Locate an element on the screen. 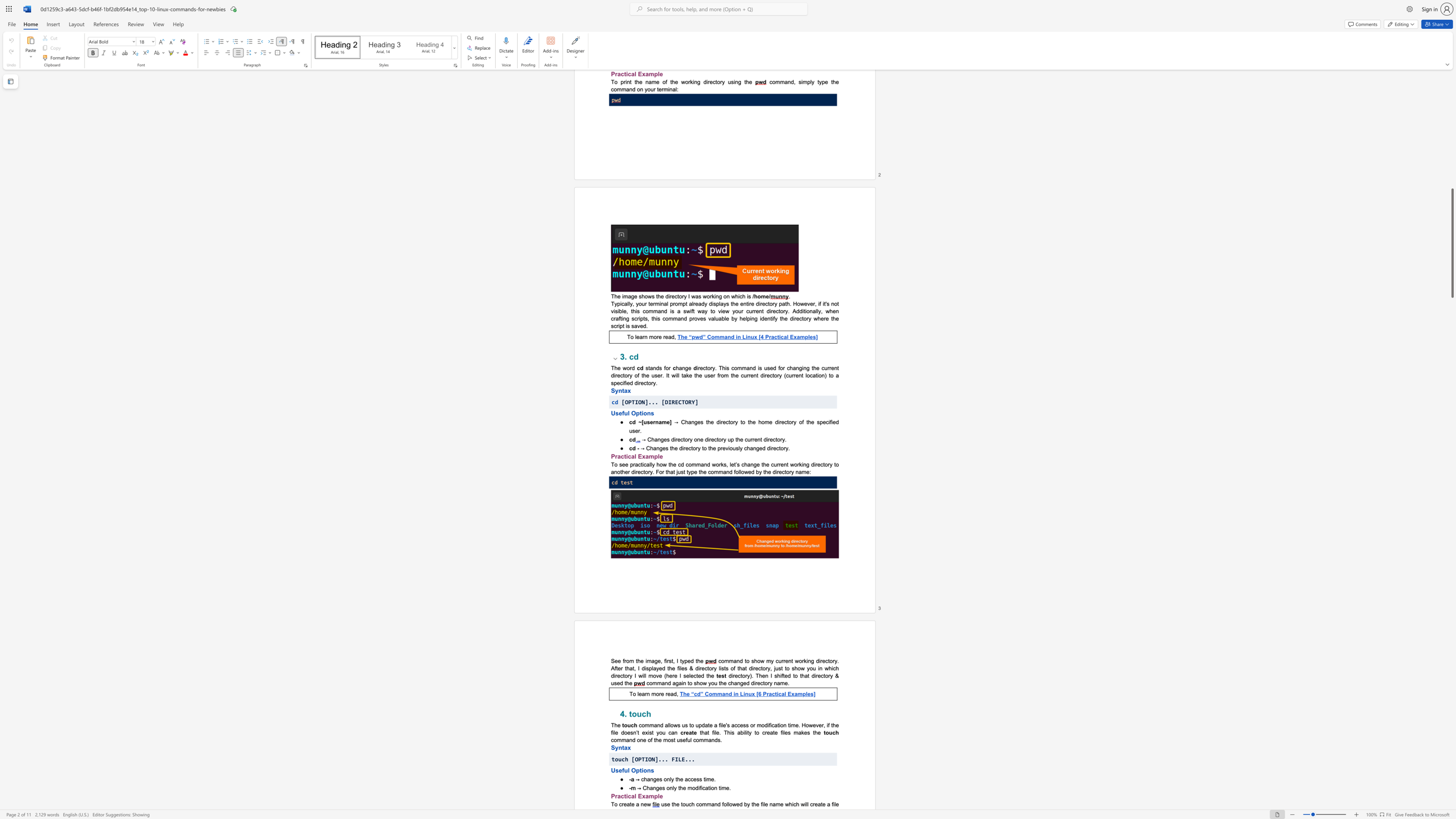 This screenshot has height=819, width=1456. the 2th character "o" in the text is located at coordinates (717, 464).